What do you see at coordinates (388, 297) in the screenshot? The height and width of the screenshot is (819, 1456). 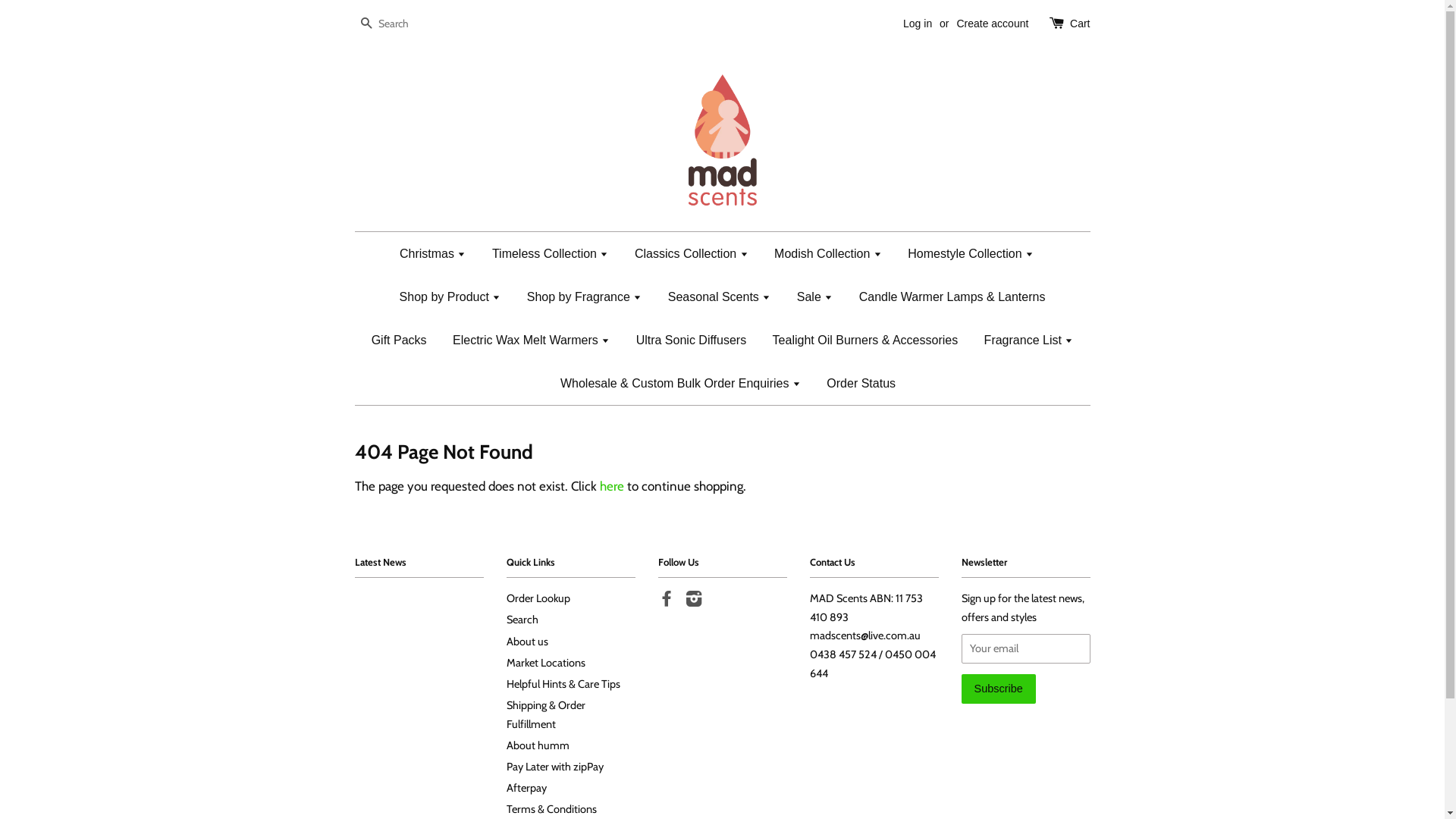 I see `'Shop by Product'` at bounding box center [388, 297].